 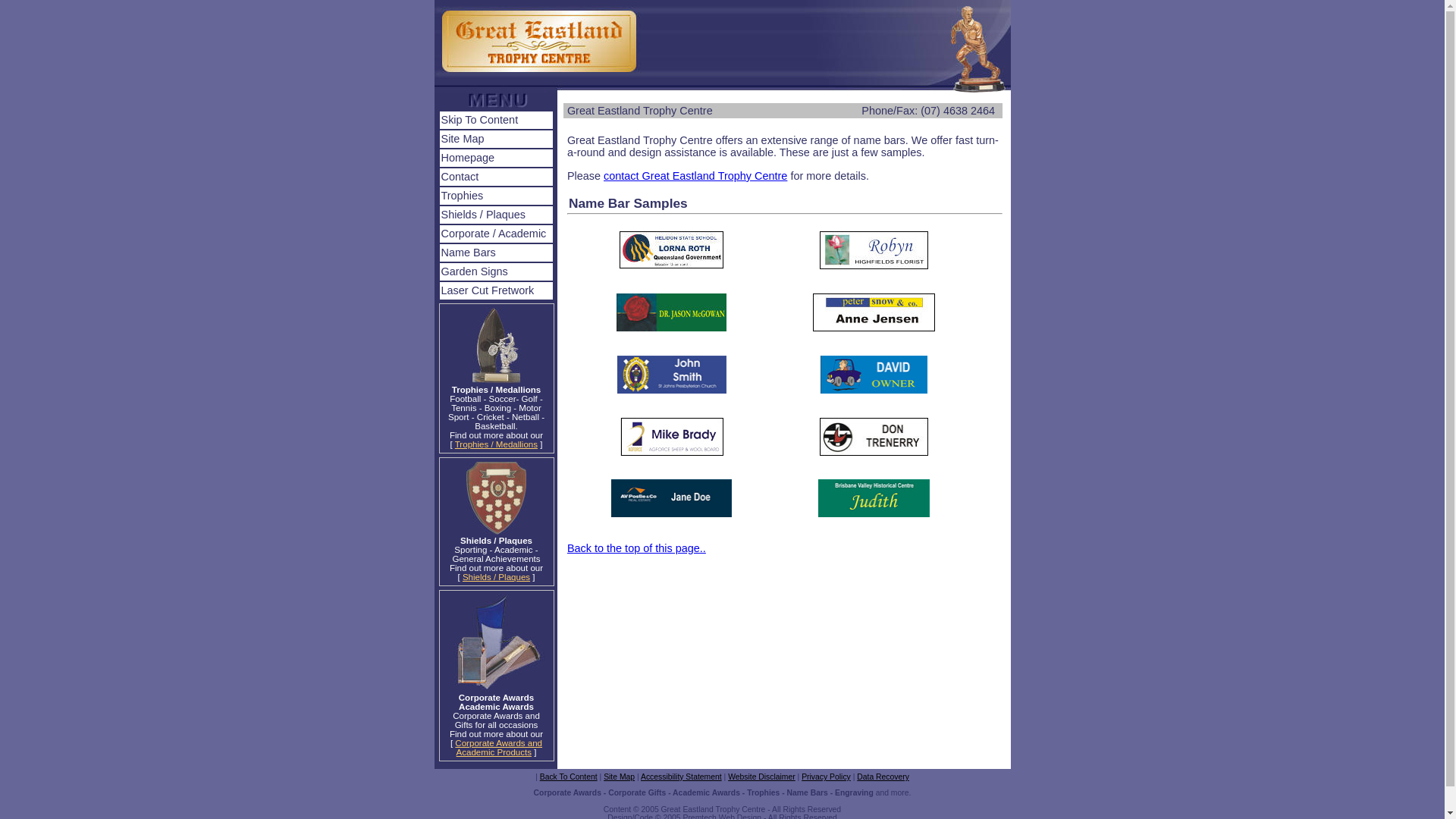 What do you see at coordinates (496, 290) in the screenshot?
I see `'Laser Cut Fretwork'` at bounding box center [496, 290].